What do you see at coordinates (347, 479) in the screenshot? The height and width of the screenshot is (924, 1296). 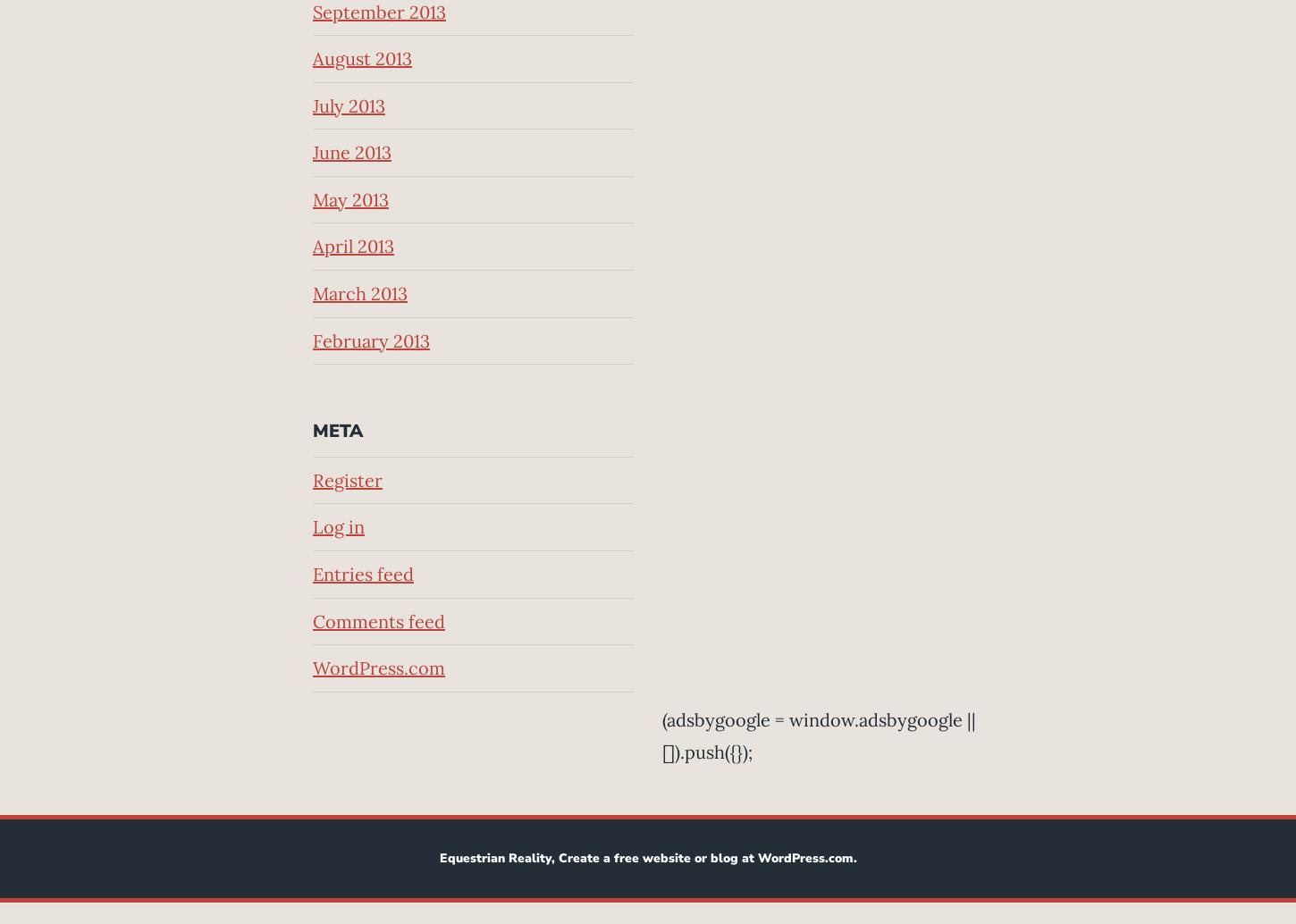 I see `'Register'` at bounding box center [347, 479].